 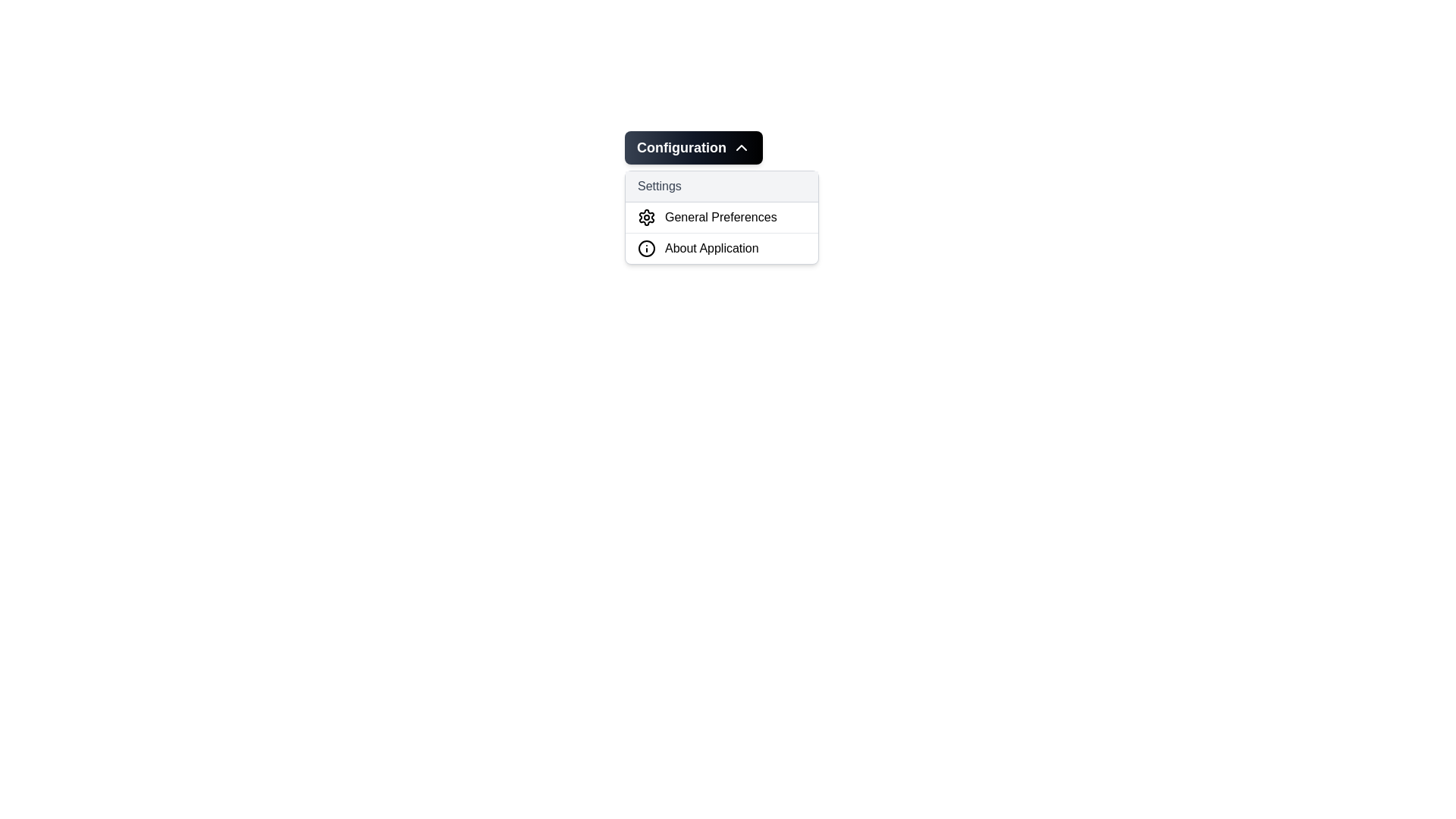 I want to click on the second menu option in the dropdown menu under the 'Configuration' button, so click(x=720, y=217).